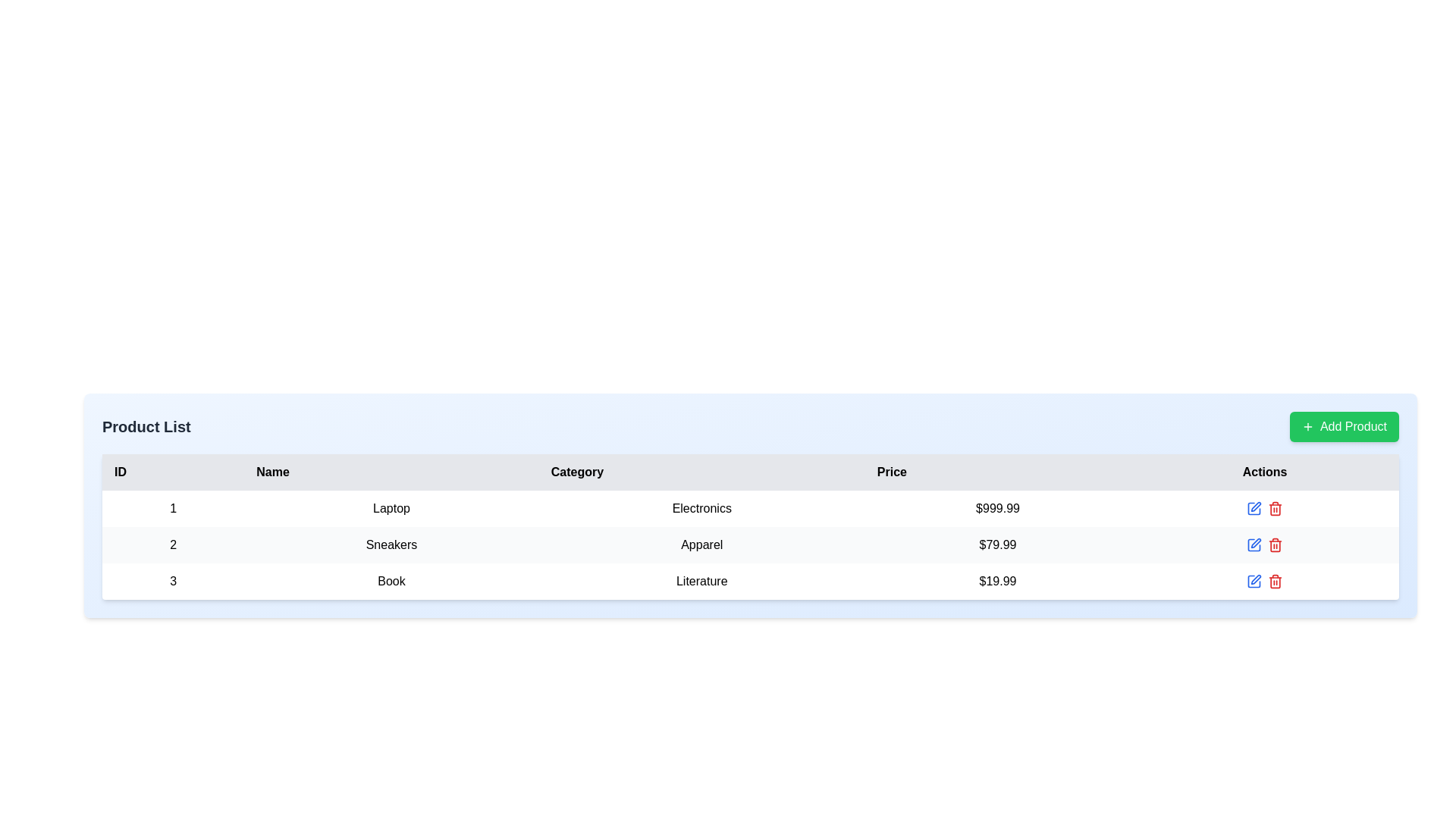 The image size is (1456, 819). I want to click on the addition icon located within the green 'Add Product' button in the top-right section of the display, so click(1307, 427).